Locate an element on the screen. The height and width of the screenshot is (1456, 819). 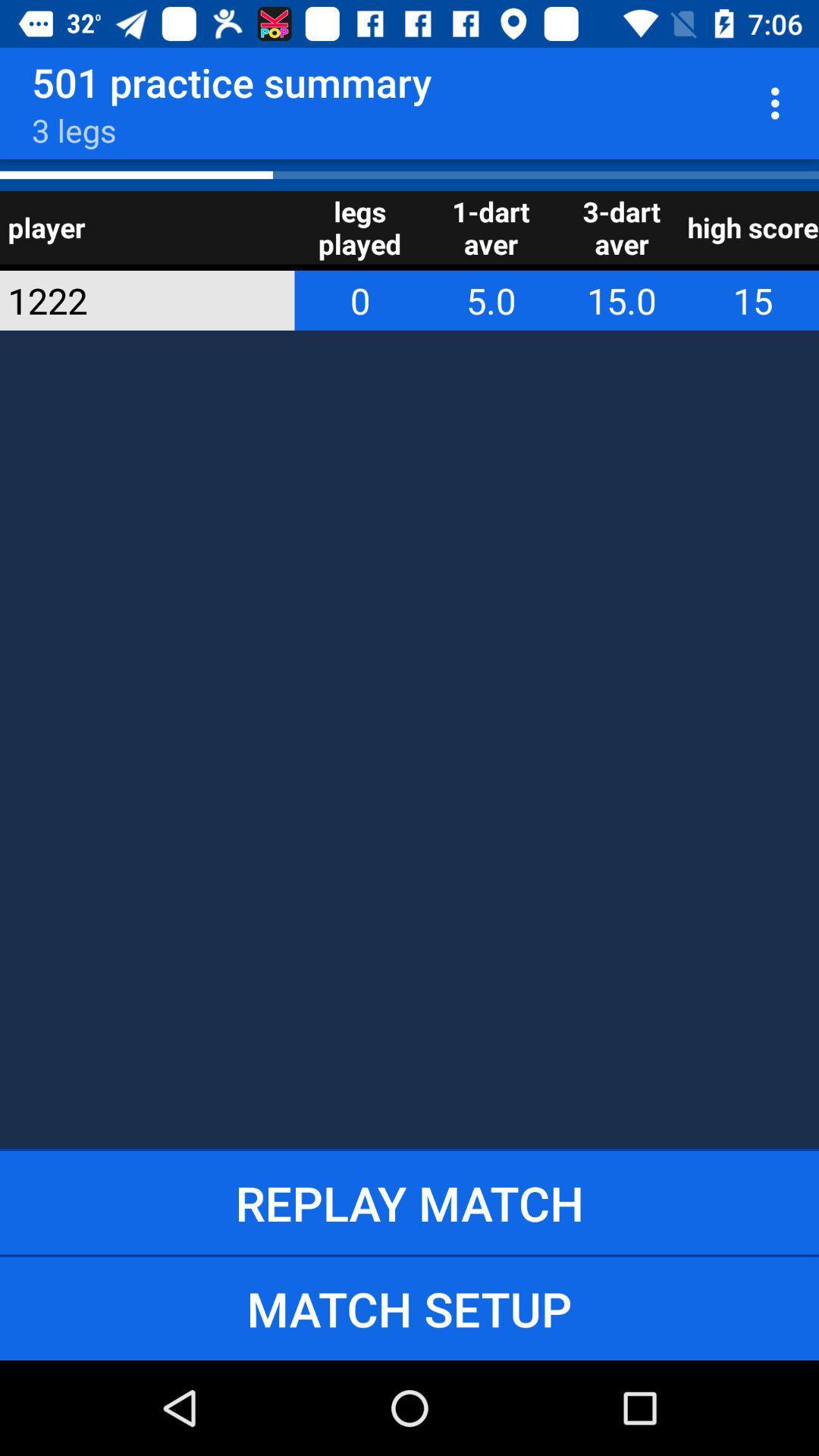
app below player is located at coordinates (126, 300).